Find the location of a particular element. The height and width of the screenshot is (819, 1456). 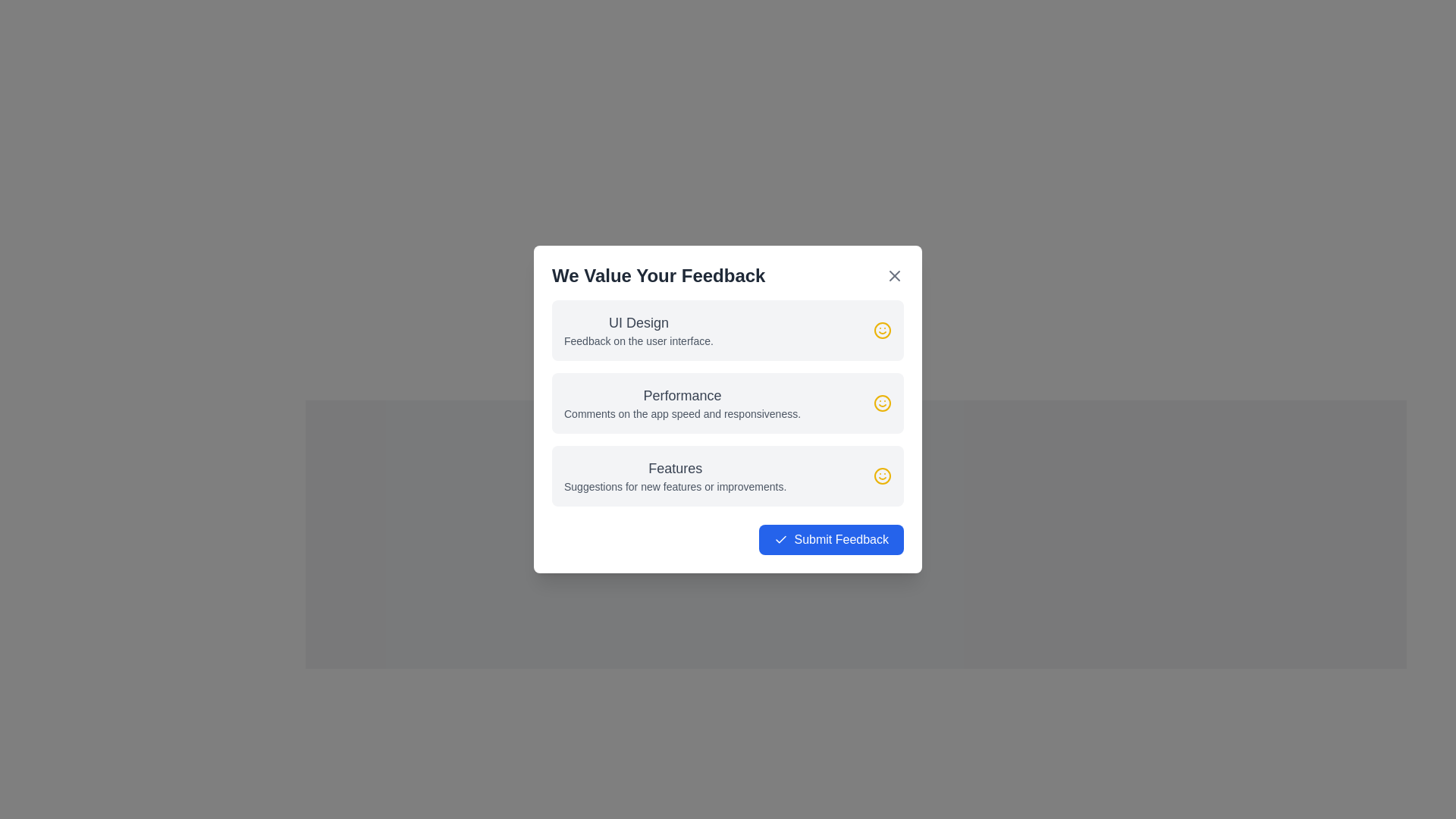

text label indicating the specific feedback category related to user interface design, located at the top of the feedback card above the descriptive text 'Feedback on the user interface.' is located at coordinates (639, 322).